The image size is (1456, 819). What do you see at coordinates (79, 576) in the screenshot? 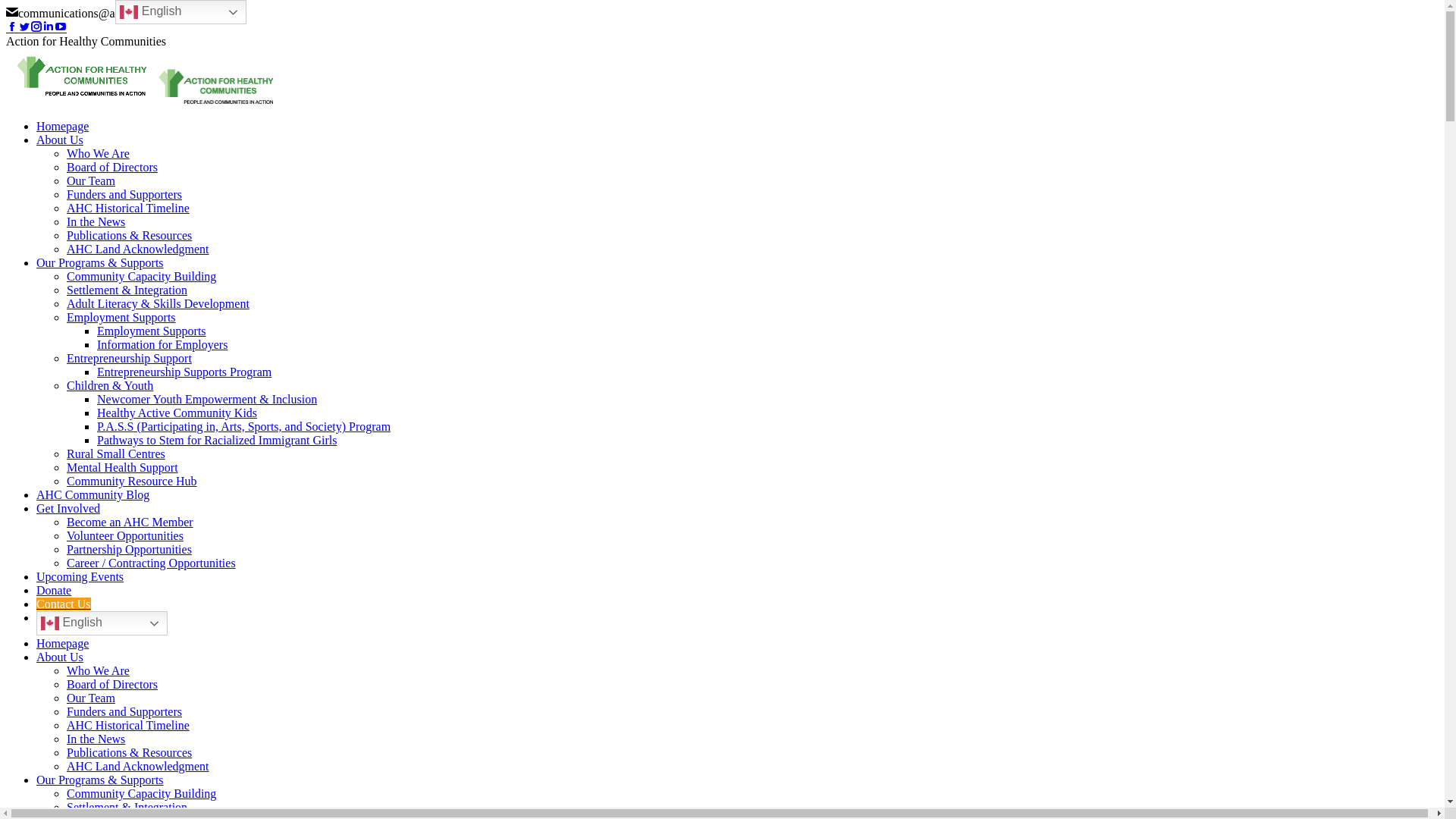
I see `'Upcoming Events'` at bounding box center [79, 576].